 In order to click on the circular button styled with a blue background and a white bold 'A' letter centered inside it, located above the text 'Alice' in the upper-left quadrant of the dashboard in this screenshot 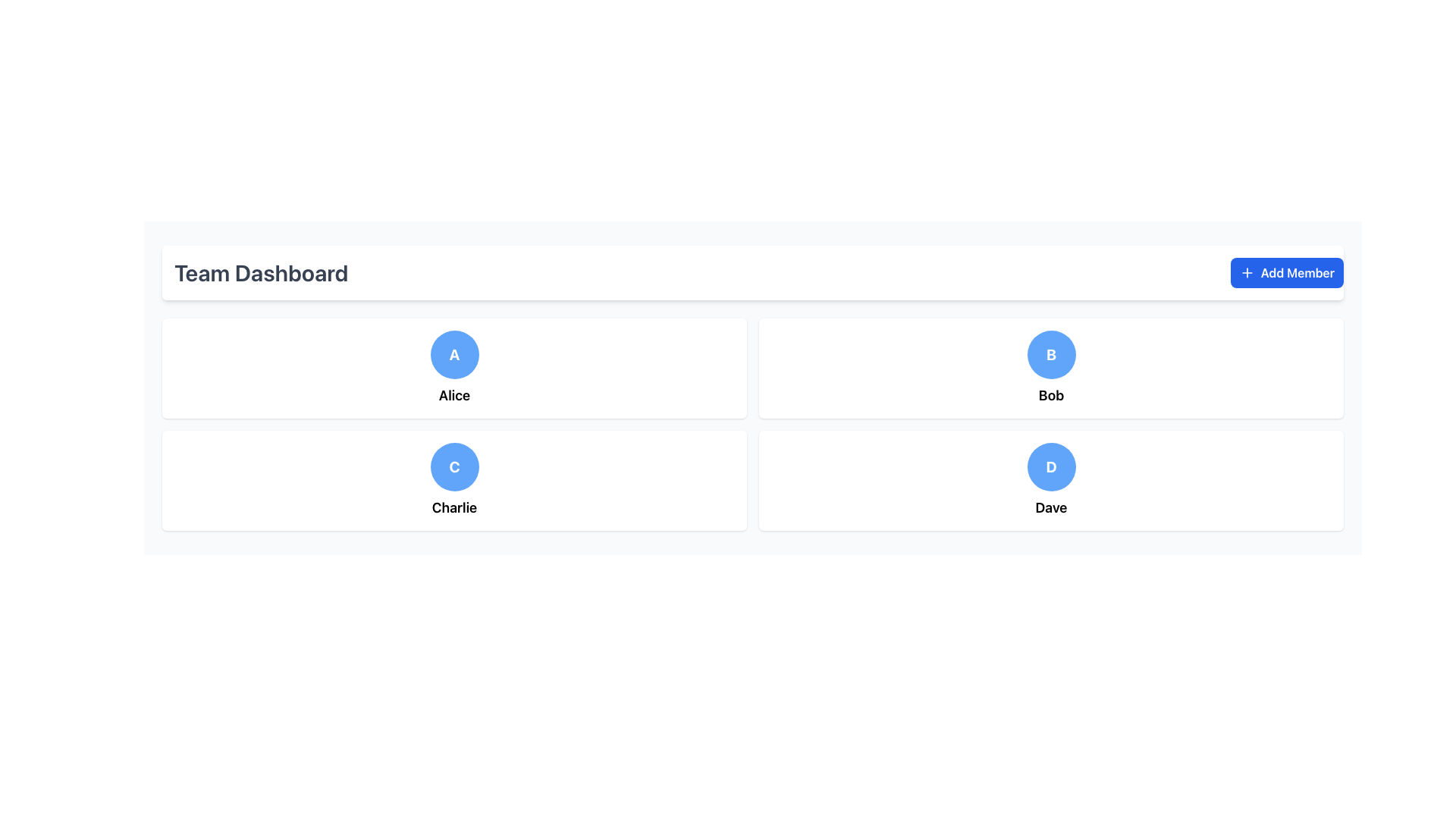, I will do `click(453, 354)`.